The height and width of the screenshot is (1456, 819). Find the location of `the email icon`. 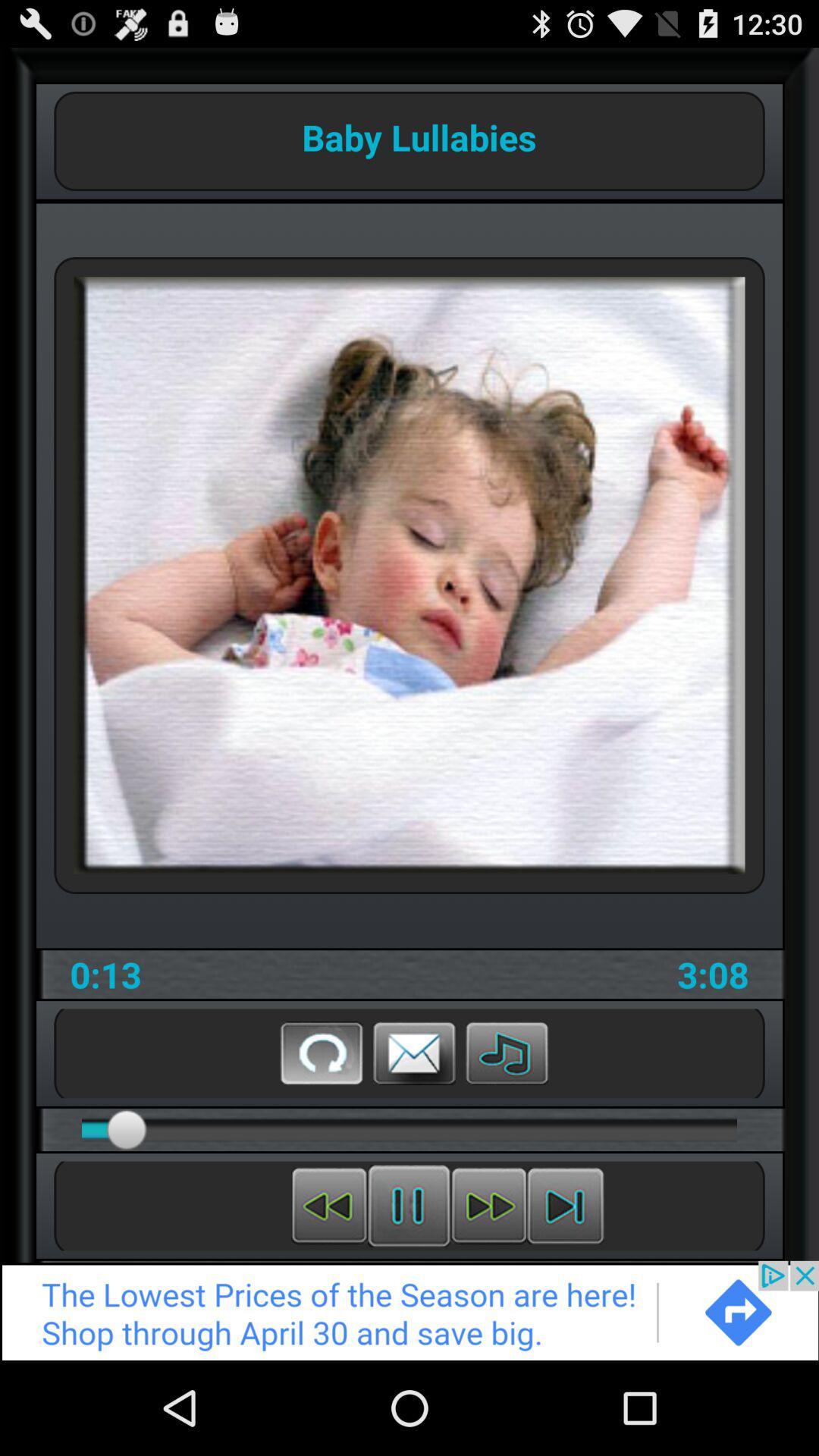

the email icon is located at coordinates (414, 1127).